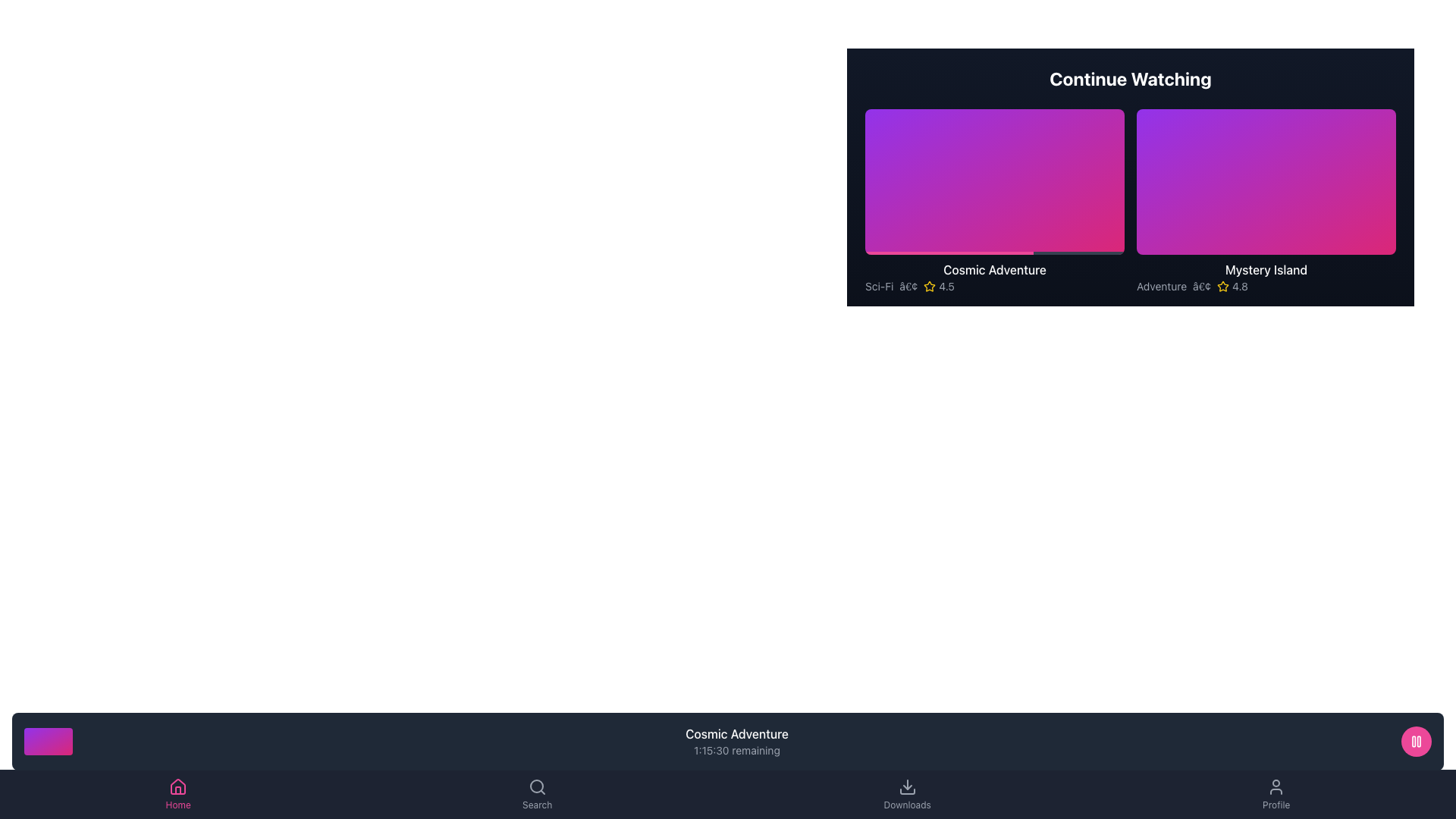 The image size is (1456, 819). Describe the element at coordinates (929, 287) in the screenshot. I see `the decorative star icon indicating a high rating for the item 'Cosmic Adventure', which is positioned to the left of the numeric rating '4.5'` at that location.